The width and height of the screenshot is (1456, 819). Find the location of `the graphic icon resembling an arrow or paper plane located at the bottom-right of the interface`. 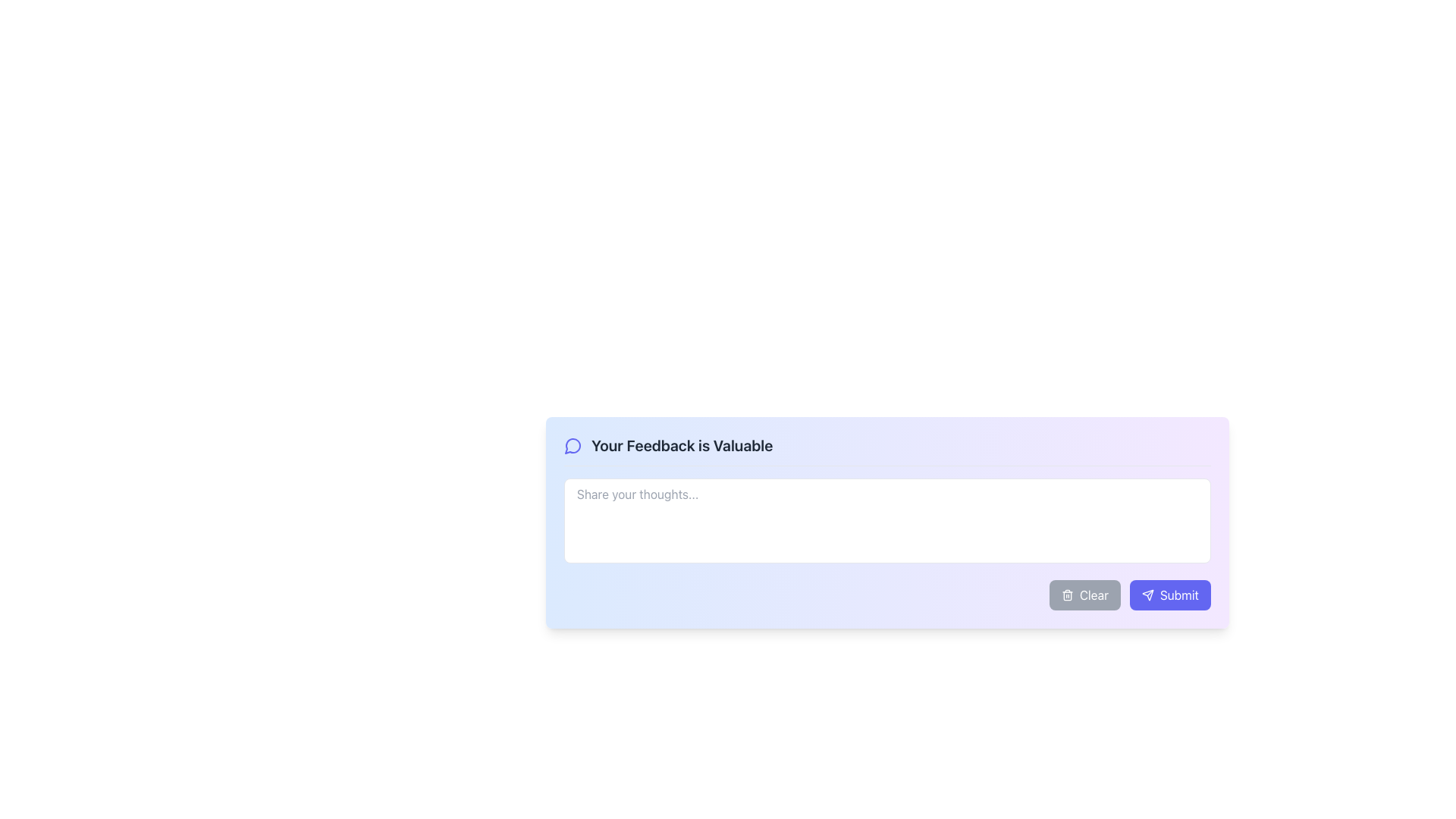

the graphic icon resembling an arrow or paper plane located at the bottom-right of the interface is located at coordinates (1147, 595).